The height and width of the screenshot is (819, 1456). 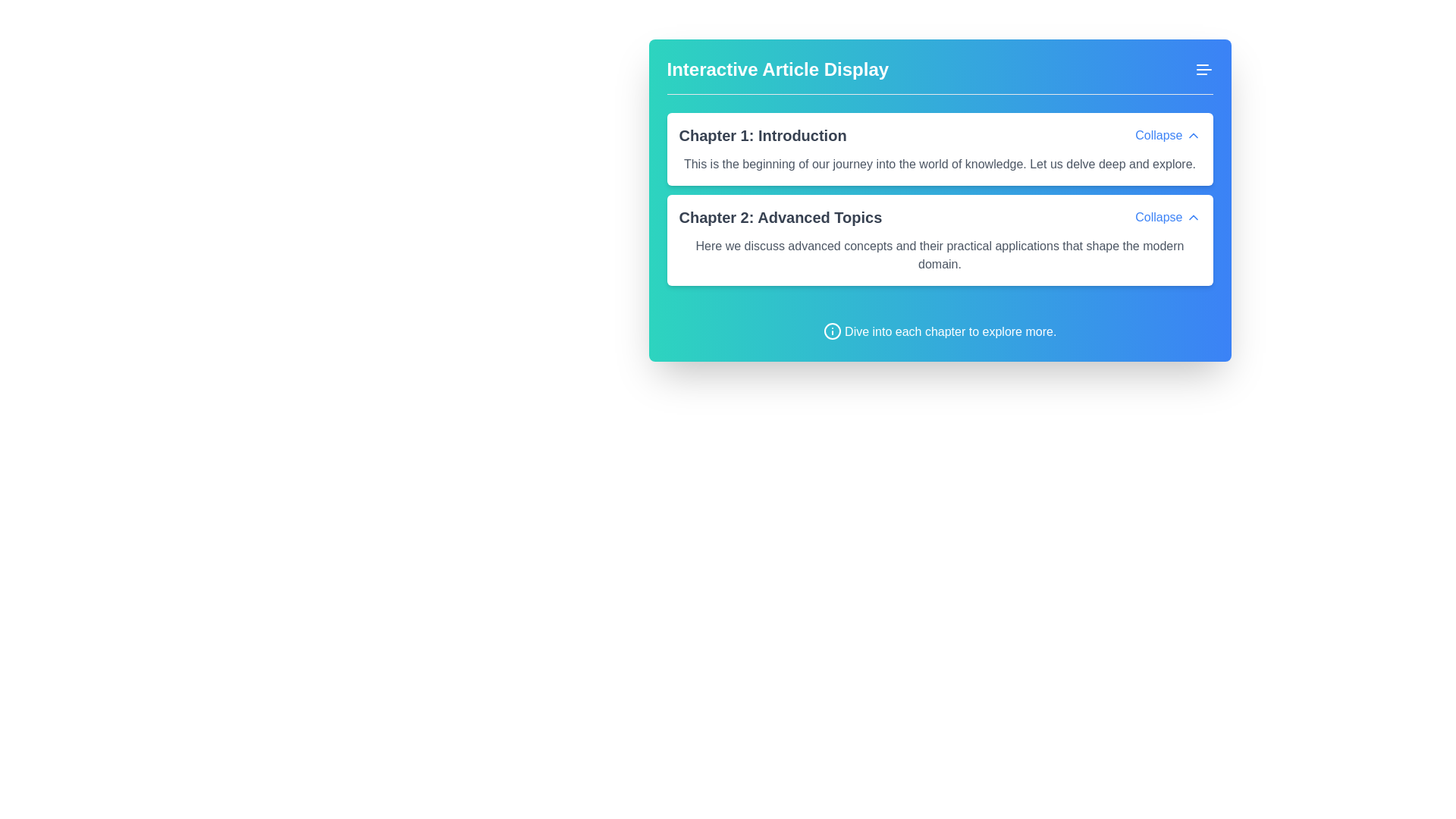 What do you see at coordinates (831, 330) in the screenshot?
I see `the circular SVG graphic element that is part of an informational icon, located in the lower-right area of the blue-themed content card` at bounding box center [831, 330].